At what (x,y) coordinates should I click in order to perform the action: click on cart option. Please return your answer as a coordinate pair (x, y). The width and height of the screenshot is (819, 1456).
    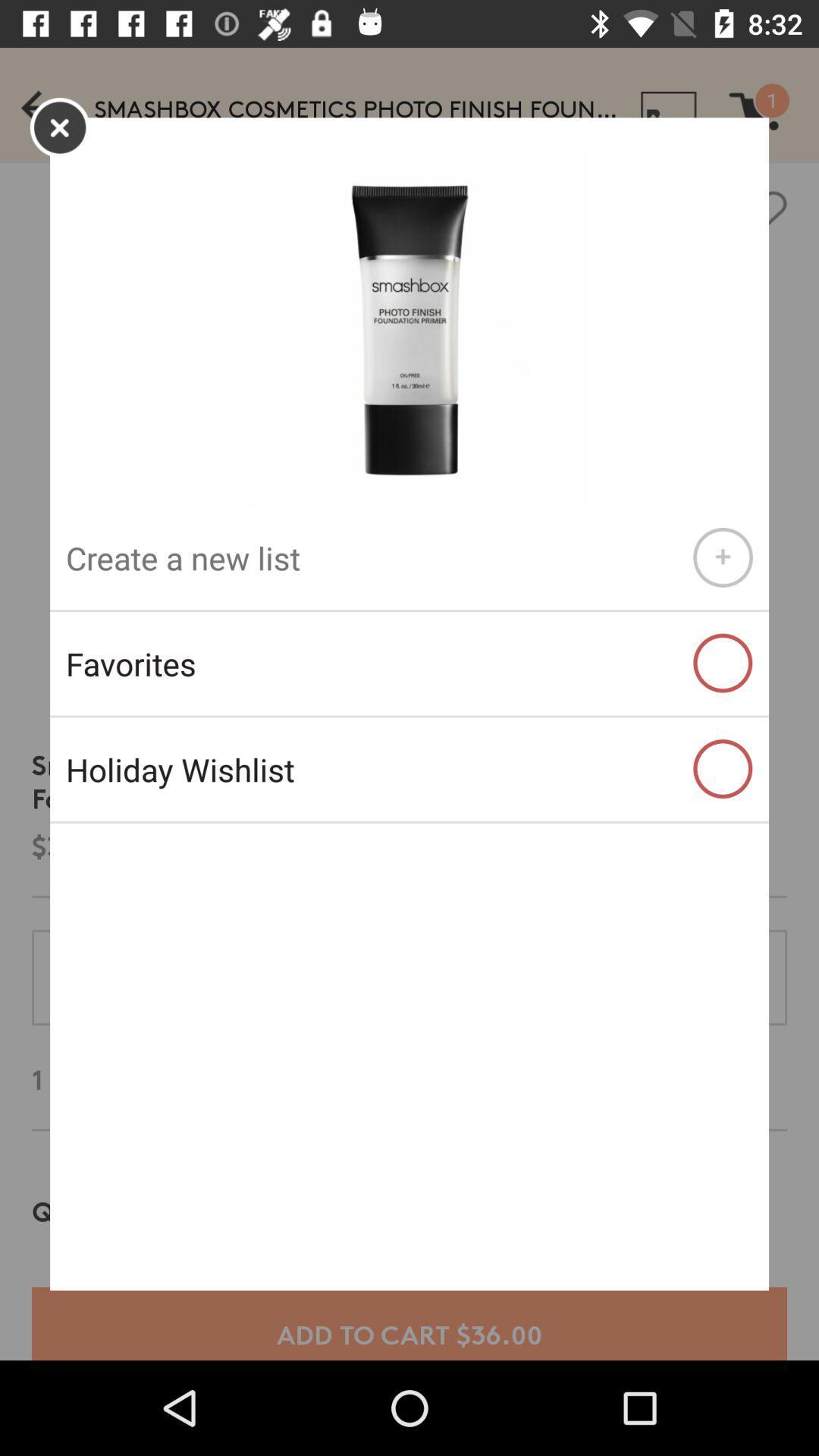
    Looking at the image, I should click on (769, 102).